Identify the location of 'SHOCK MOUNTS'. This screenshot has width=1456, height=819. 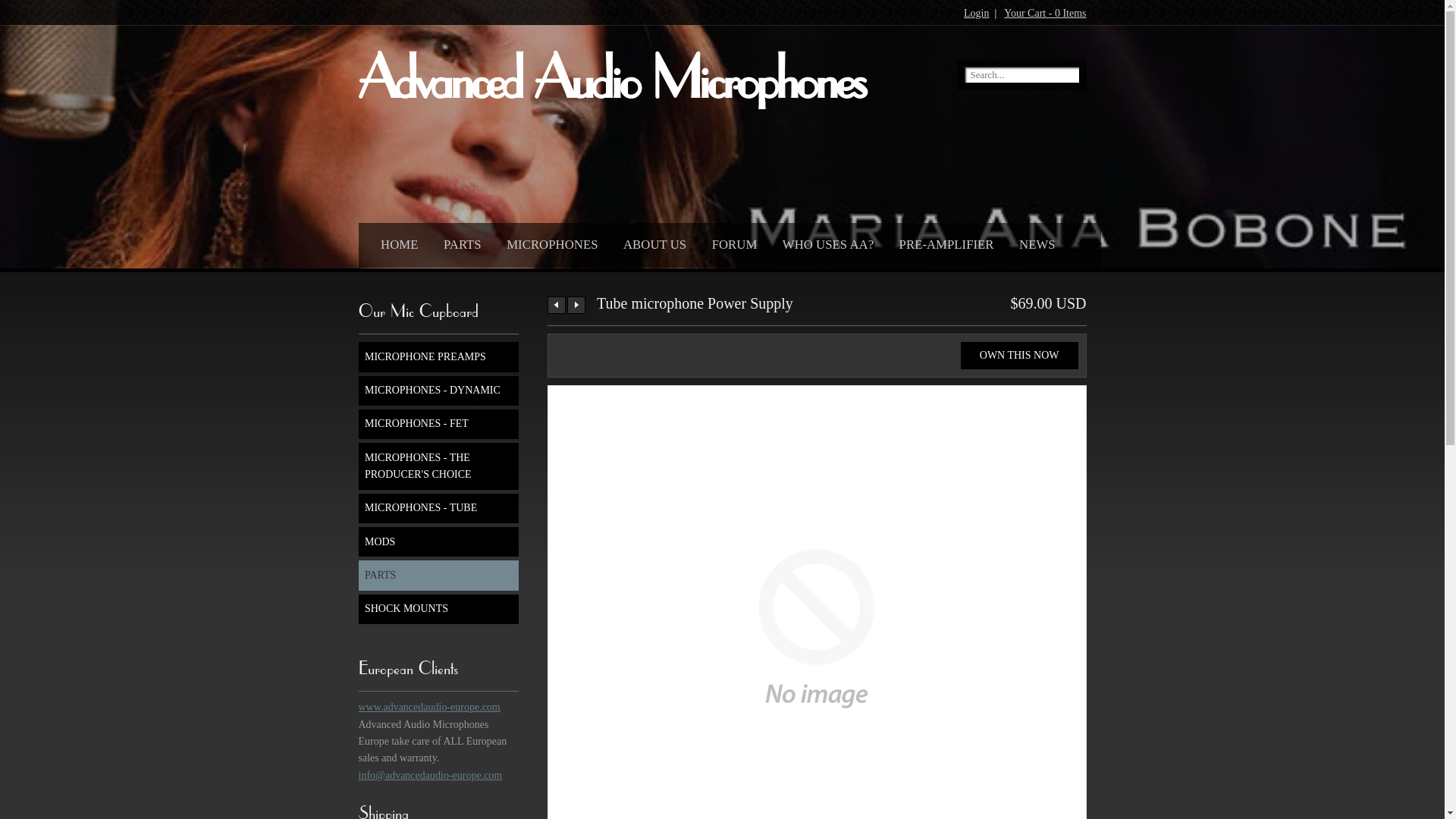
(437, 608).